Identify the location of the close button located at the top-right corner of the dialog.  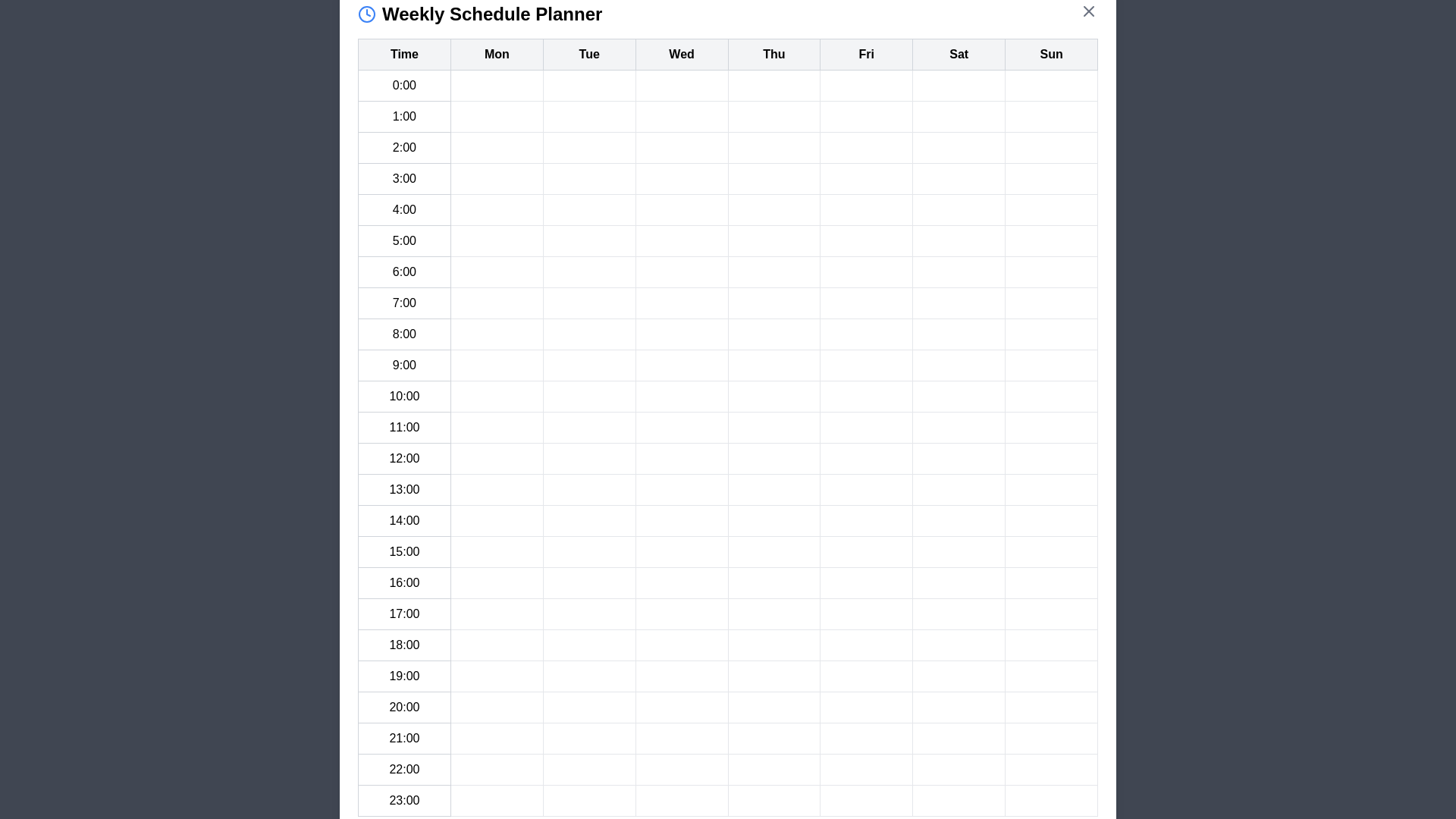
(1087, 11).